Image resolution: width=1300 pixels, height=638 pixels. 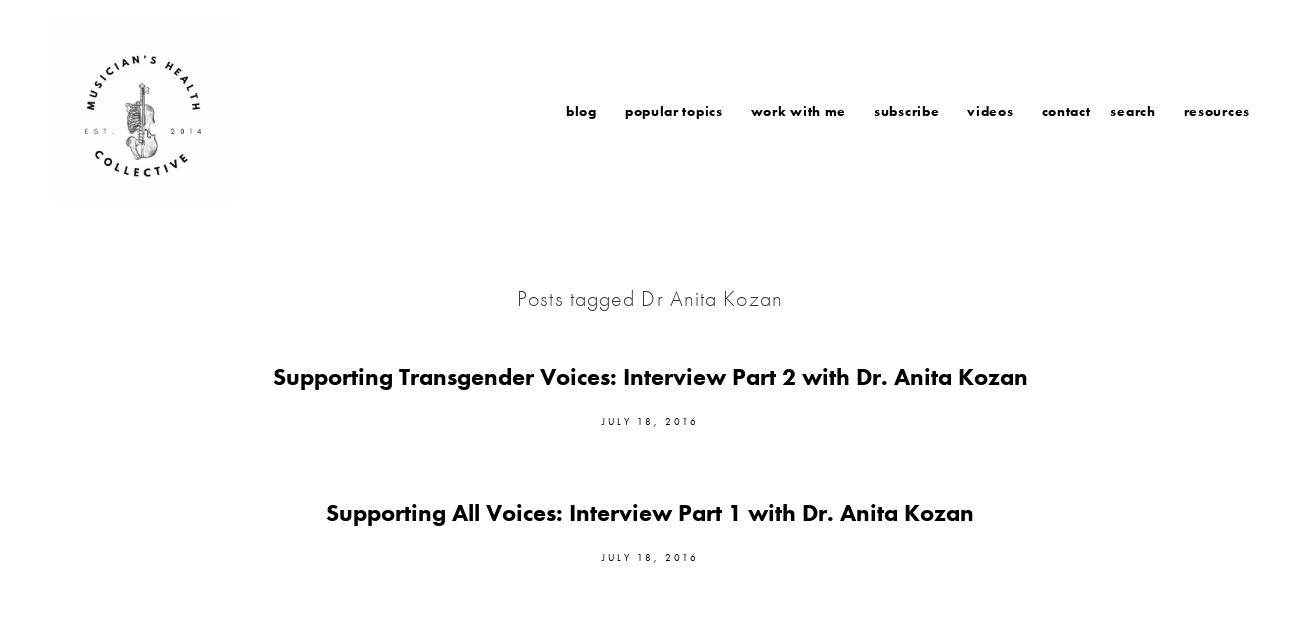 What do you see at coordinates (872, 109) in the screenshot?
I see `'Subscribe'` at bounding box center [872, 109].